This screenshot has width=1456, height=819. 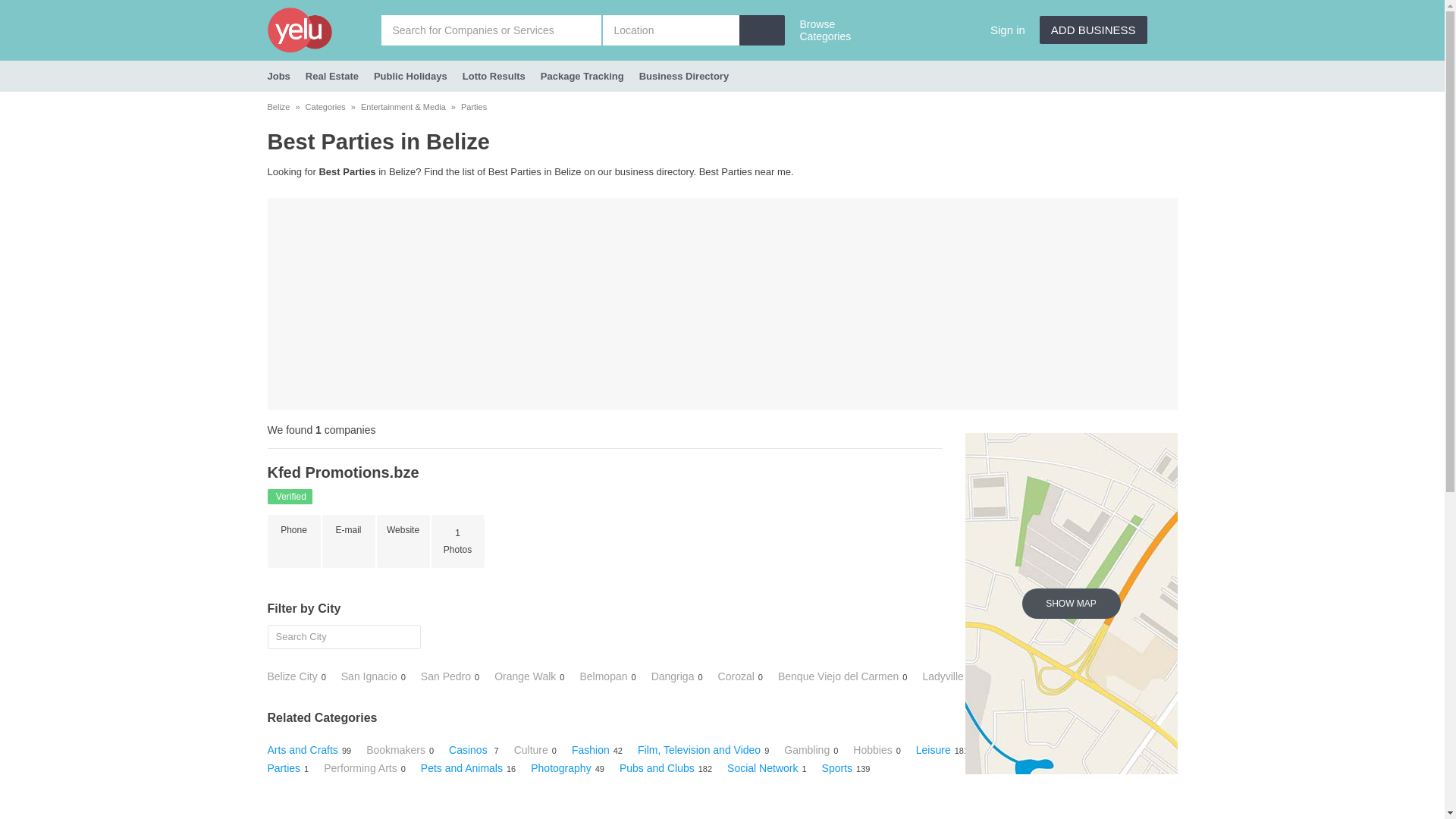 What do you see at coordinates (278, 106) in the screenshot?
I see `'Belize'` at bounding box center [278, 106].